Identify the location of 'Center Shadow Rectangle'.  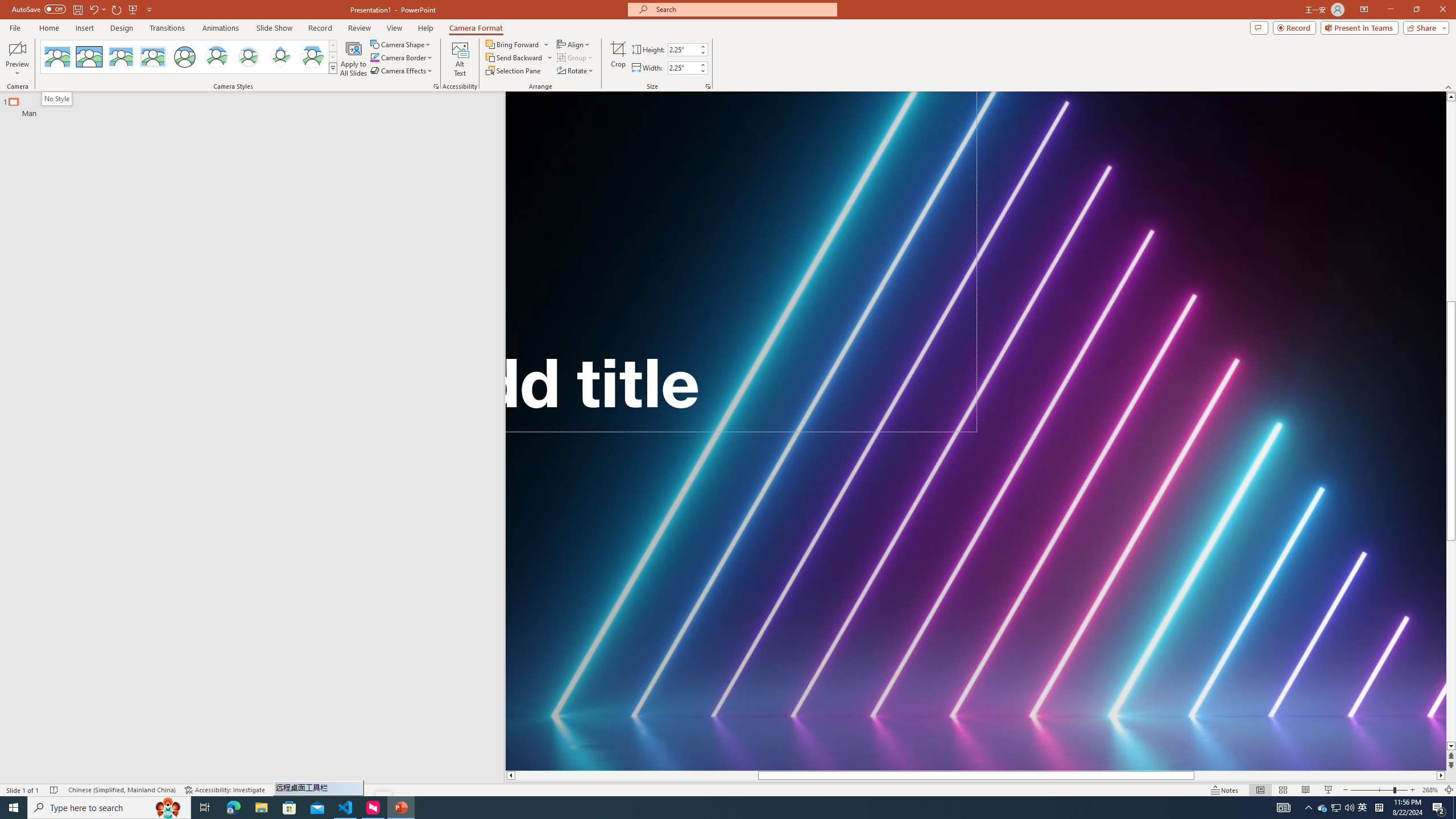
(120, 56).